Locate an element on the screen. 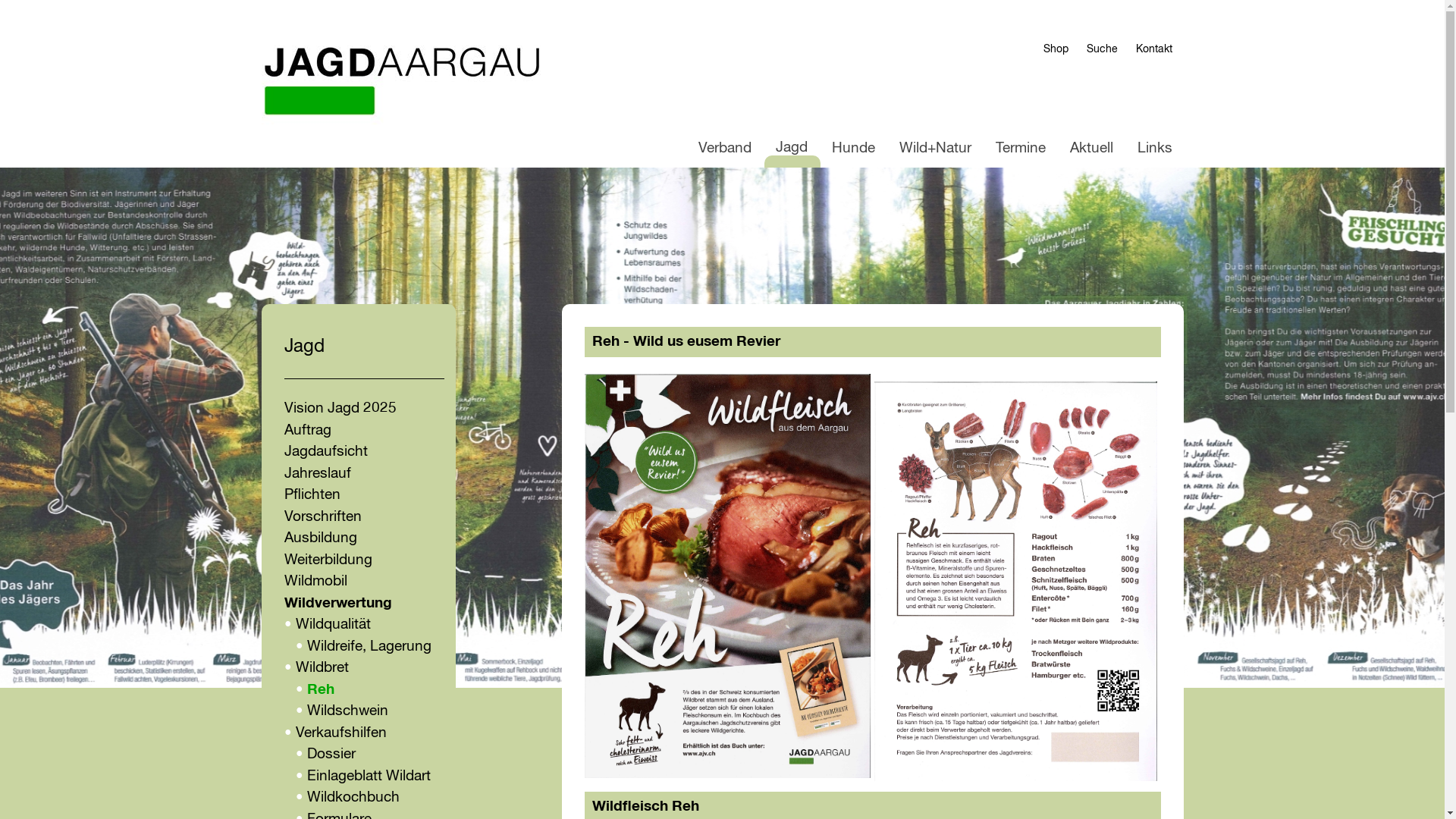  'Verband' is located at coordinates (723, 149).